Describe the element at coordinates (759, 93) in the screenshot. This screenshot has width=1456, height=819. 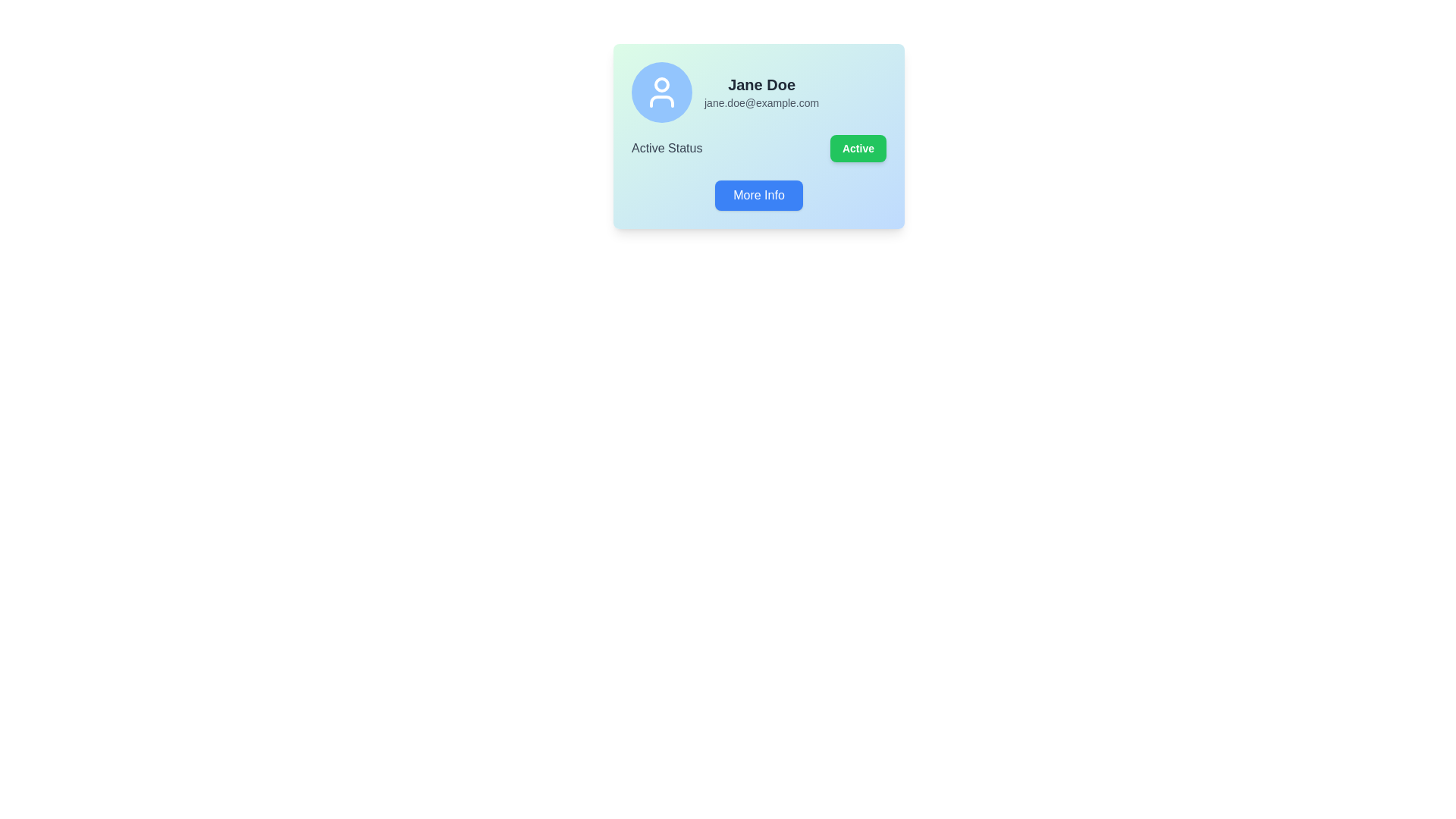
I see `the profile header composite element, which includes the user's name and email` at that location.